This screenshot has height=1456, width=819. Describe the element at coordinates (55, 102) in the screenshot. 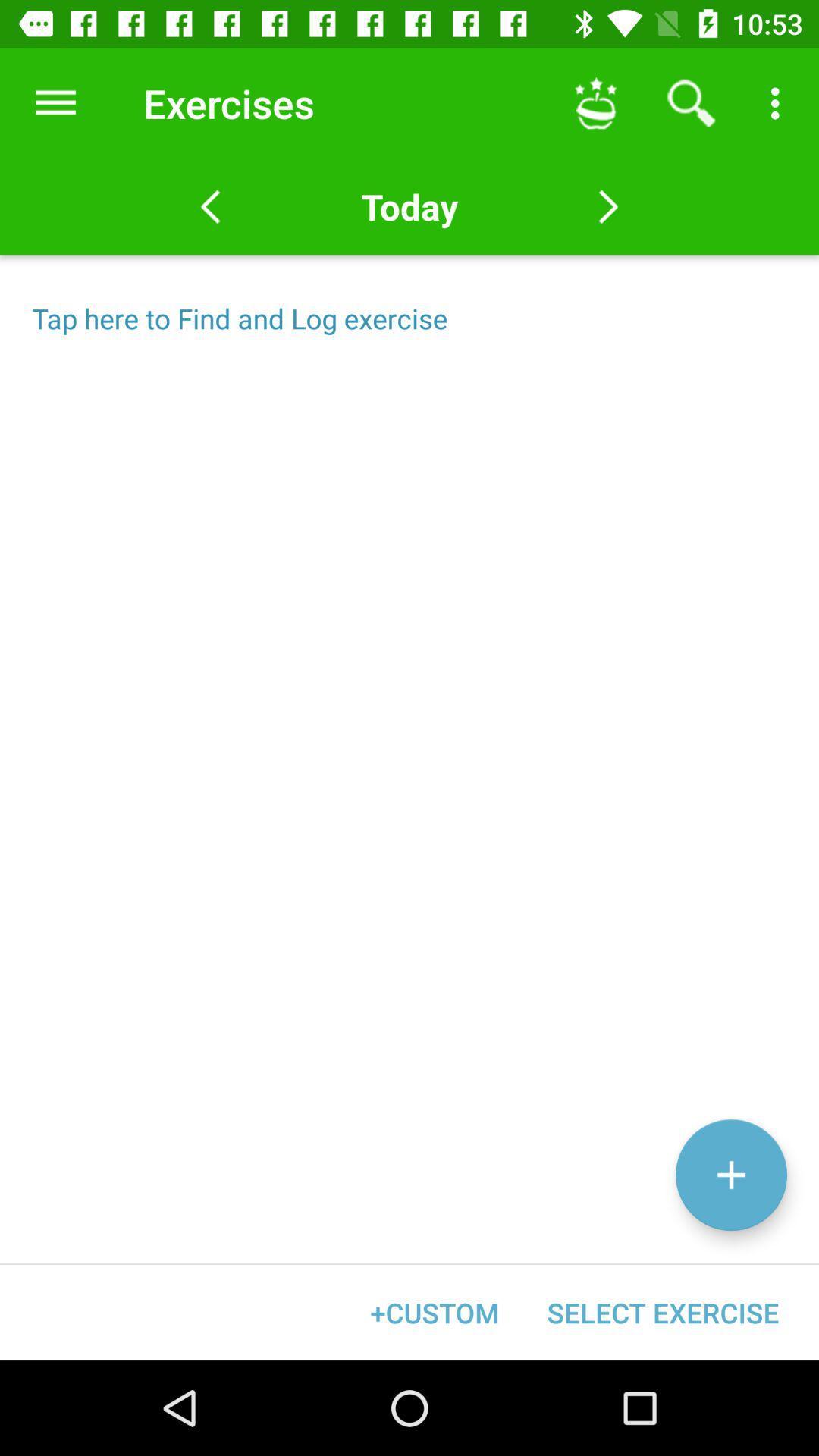

I see `item above tap here to icon` at that location.